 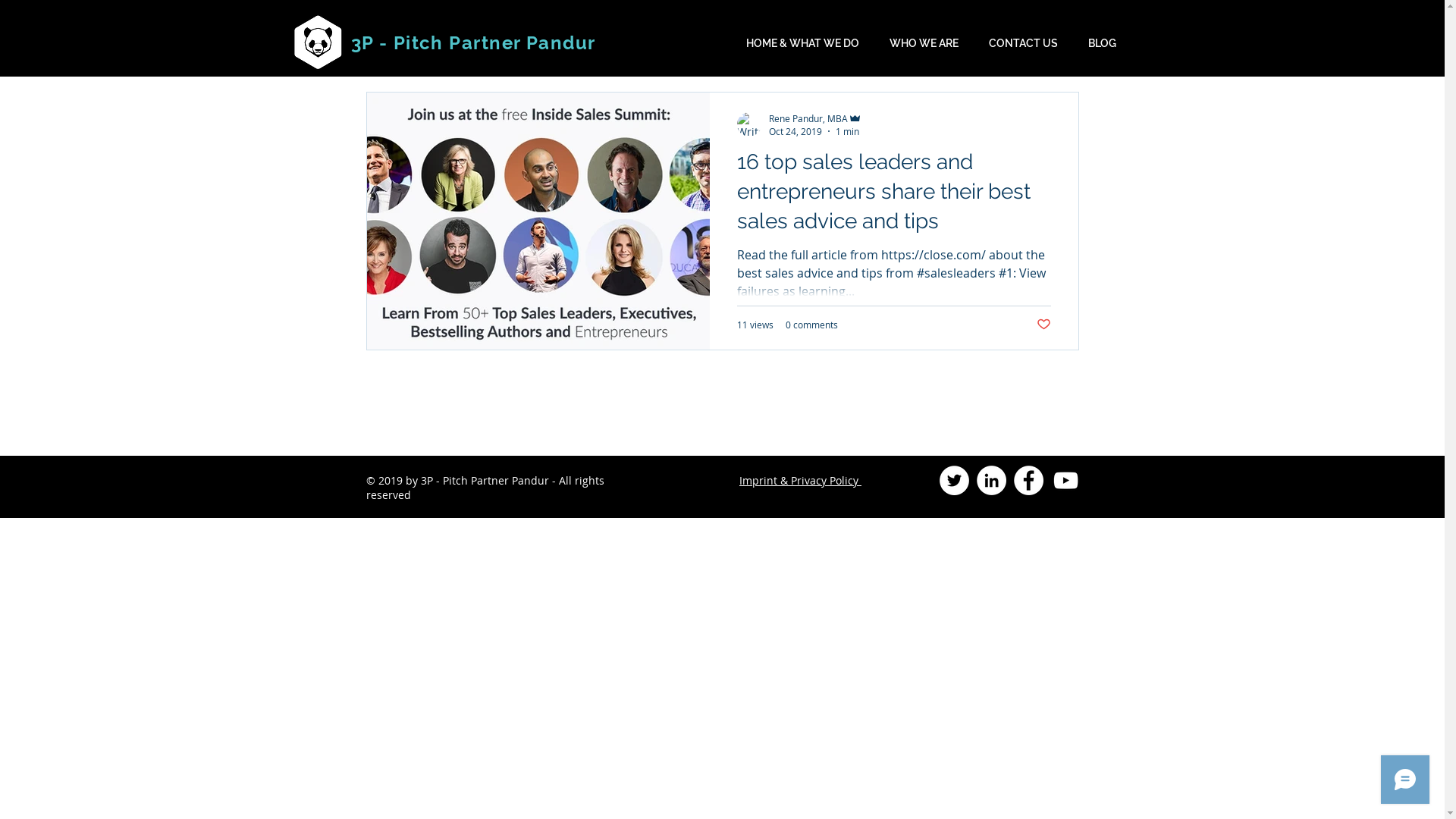 I want to click on 'CONTACT US', so click(x=1023, y=42).